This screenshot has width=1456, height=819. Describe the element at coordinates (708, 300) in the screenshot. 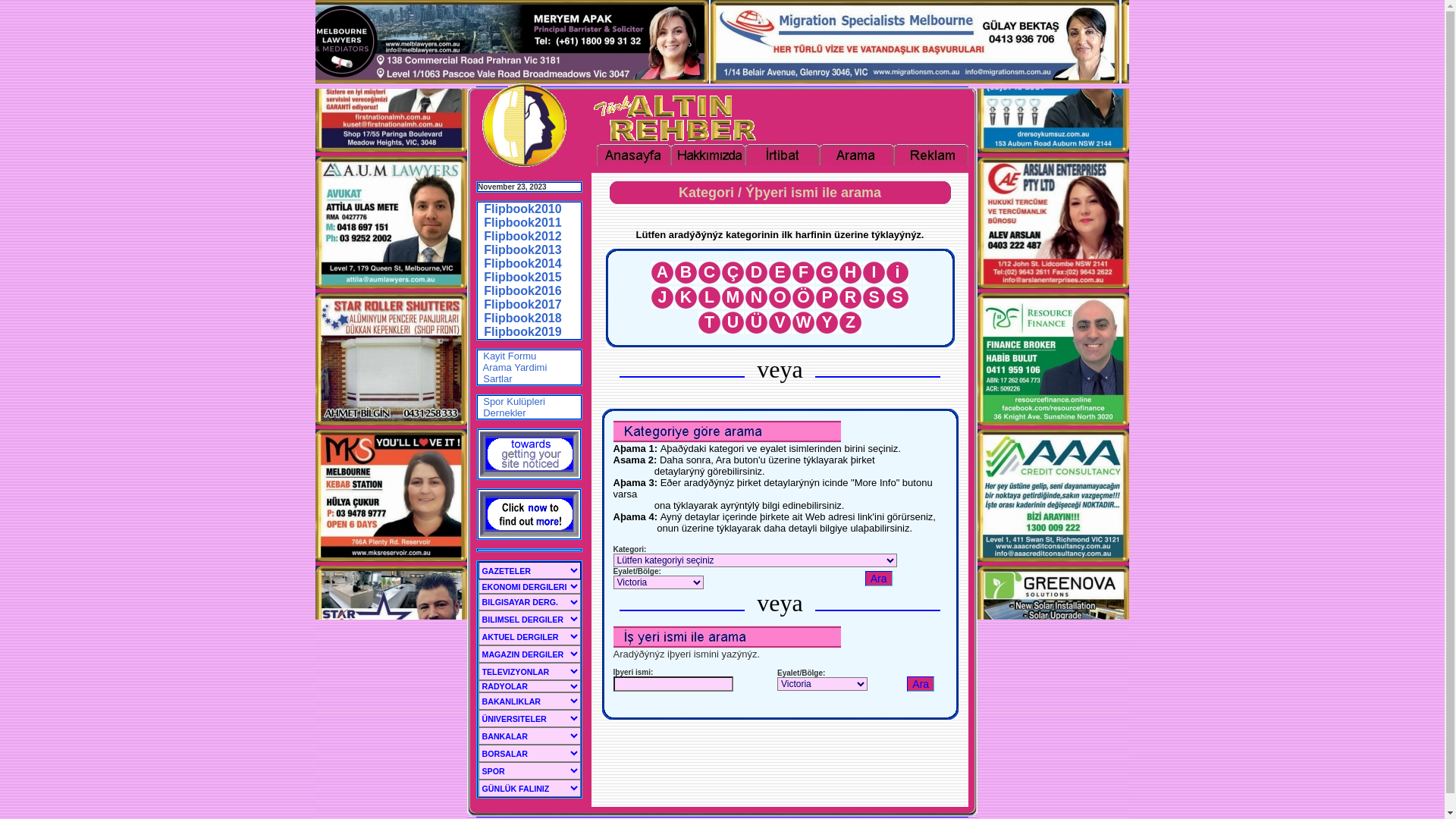

I see `'L'` at that location.